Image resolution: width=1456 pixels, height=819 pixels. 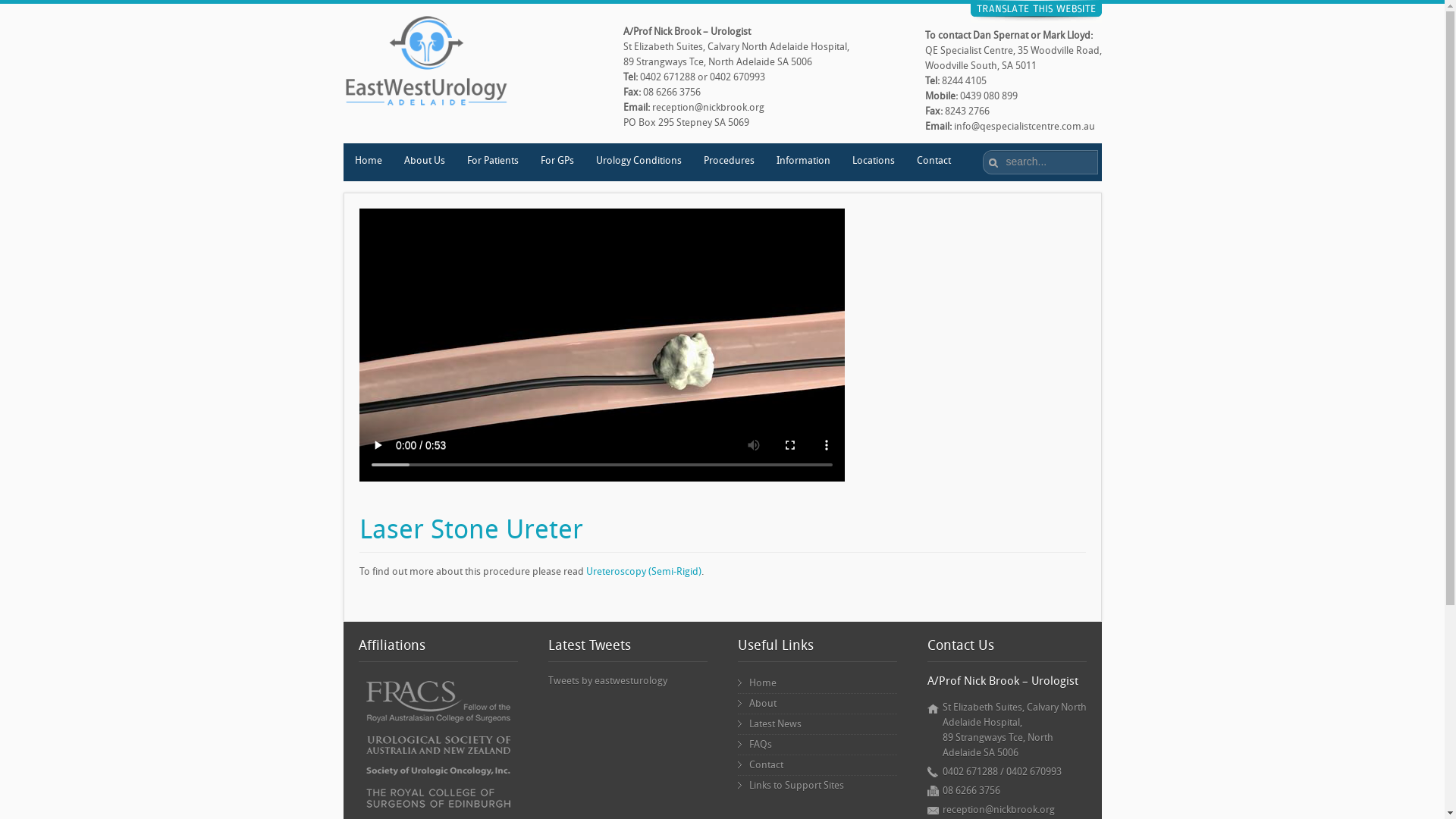 What do you see at coordinates (8, 9) in the screenshot?
I see `'Reset'` at bounding box center [8, 9].